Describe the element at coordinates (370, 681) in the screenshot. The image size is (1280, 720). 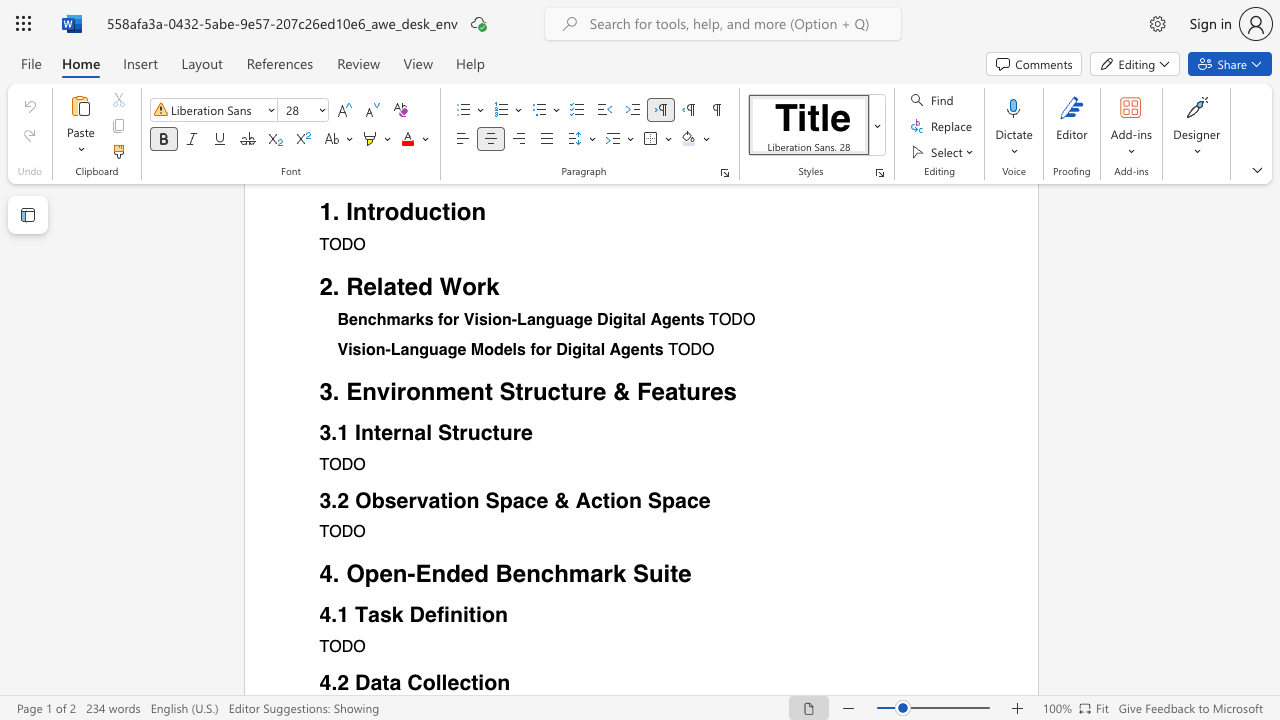
I see `the subset text "ata Co" within the text "Data Collection"` at that location.